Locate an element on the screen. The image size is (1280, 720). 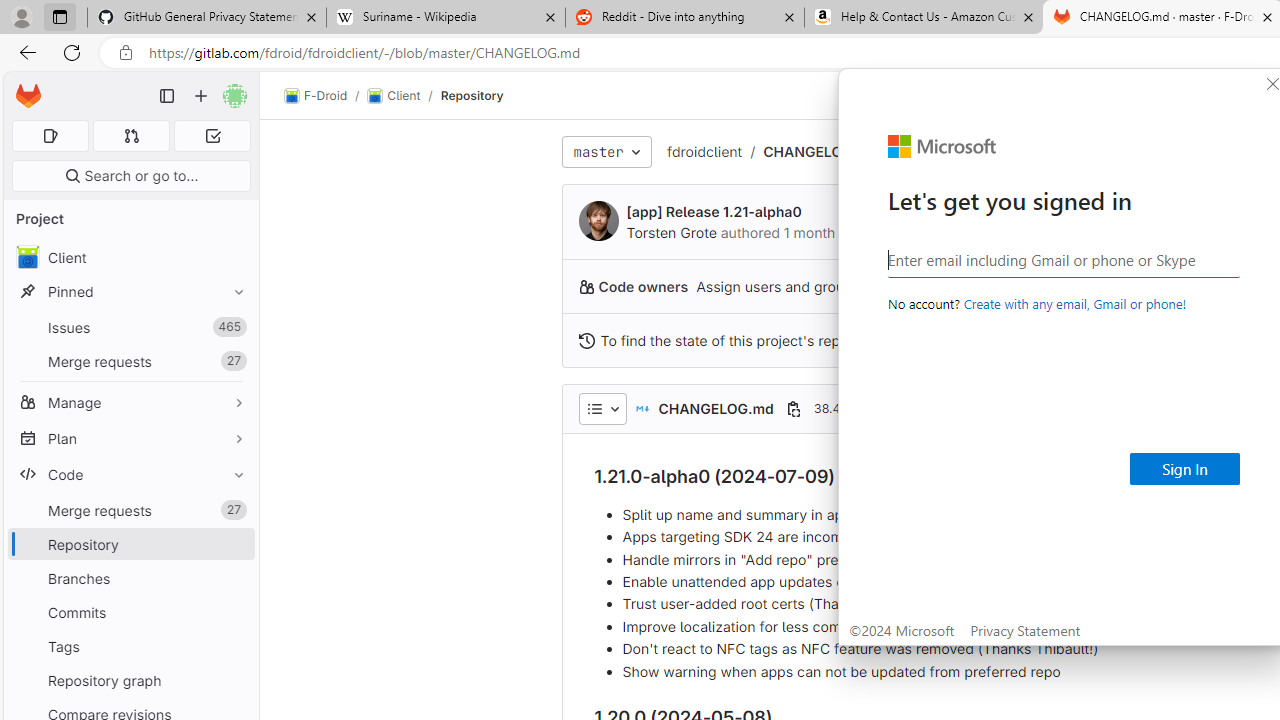
'avatar Client' is located at coordinates (130, 256).